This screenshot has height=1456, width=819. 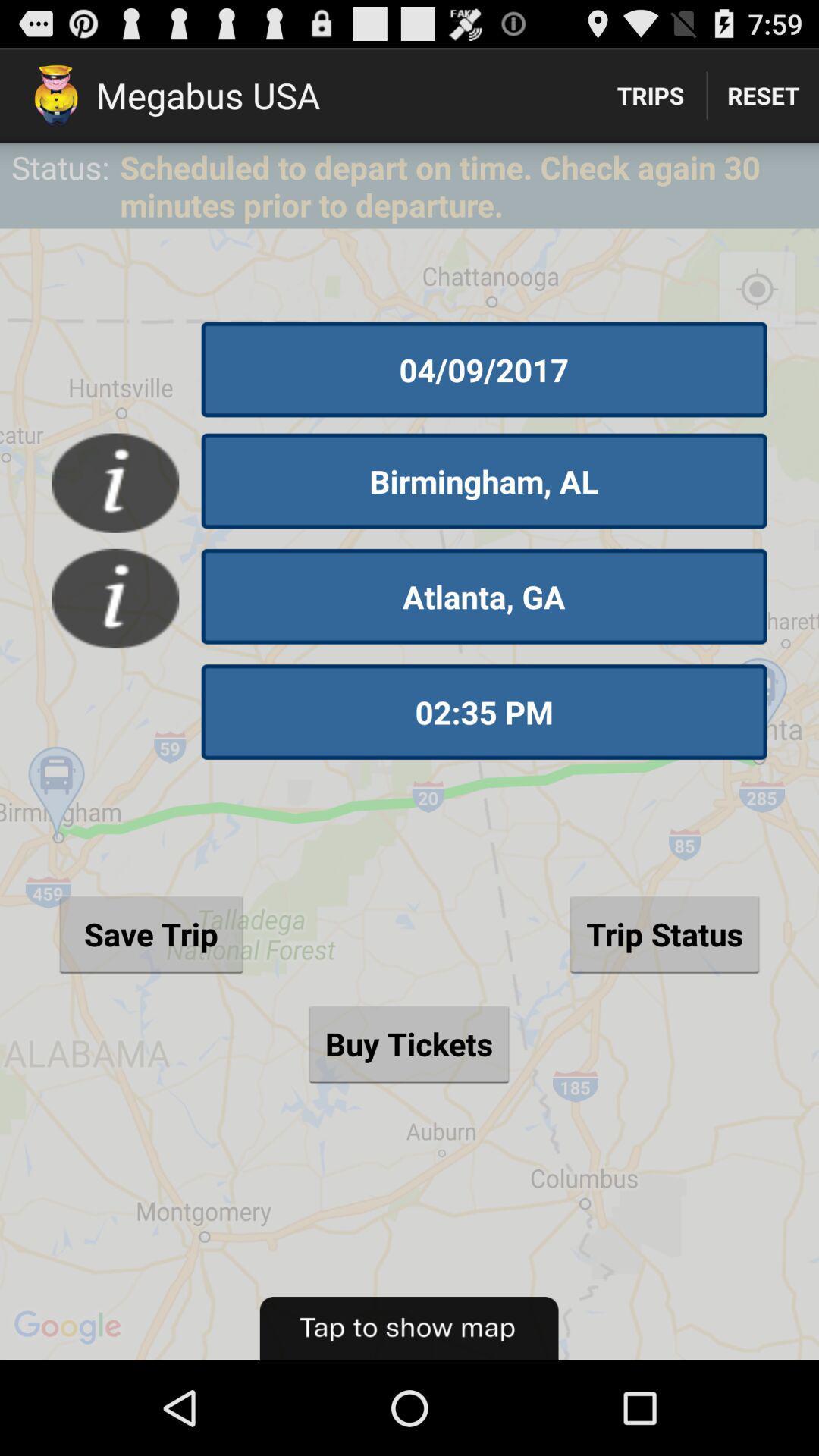 What do you see at coordinates (484, 369) in the screenshot?
I see `the 04/09/2017` at bounding box center [484, 369].